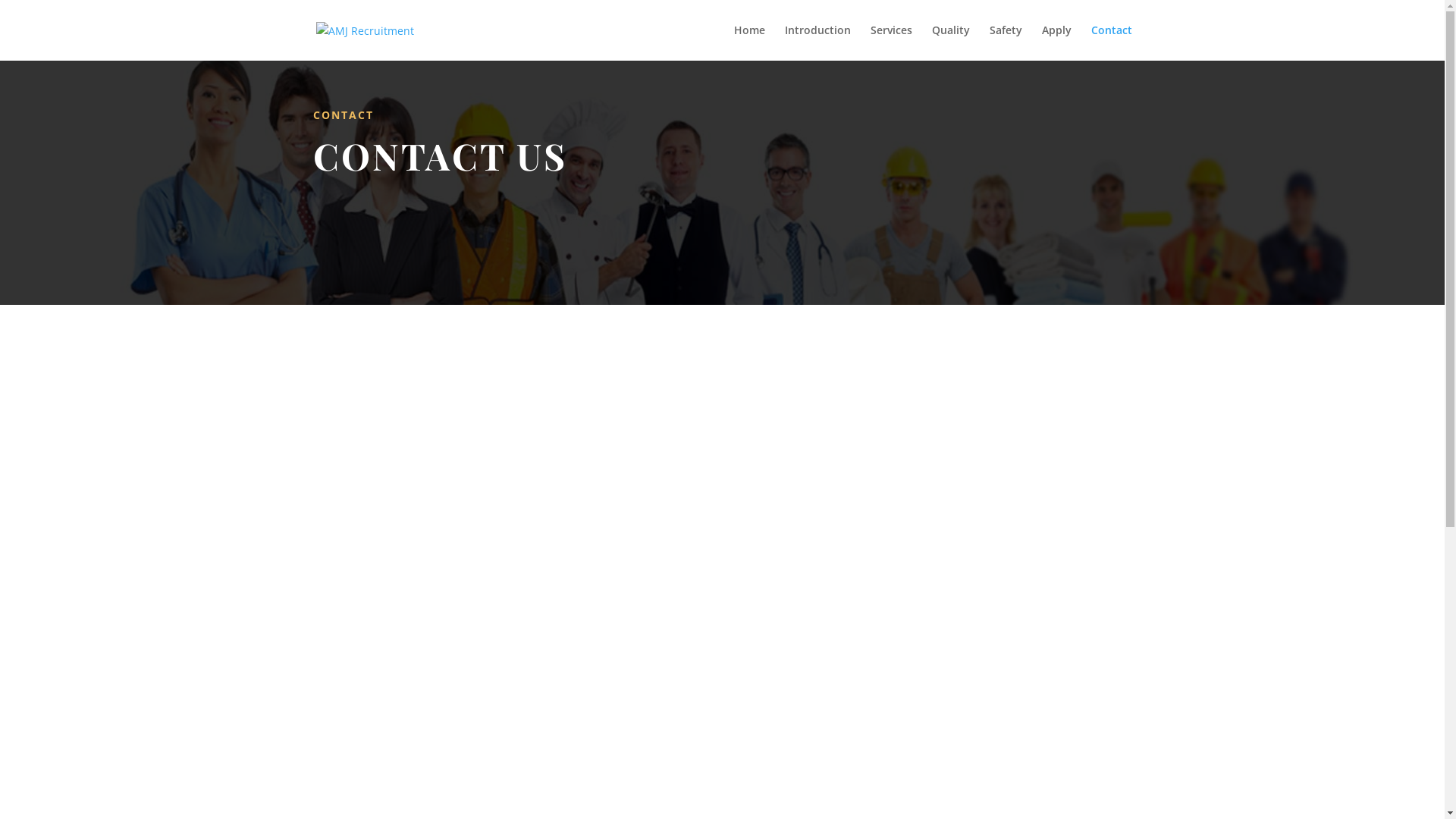 The height and width of the screenshot is (819, 1456). What do you see at coordinates (1005, 42) in the screenshot?
I see `'Safety'` at bounding box center [1005, 42].